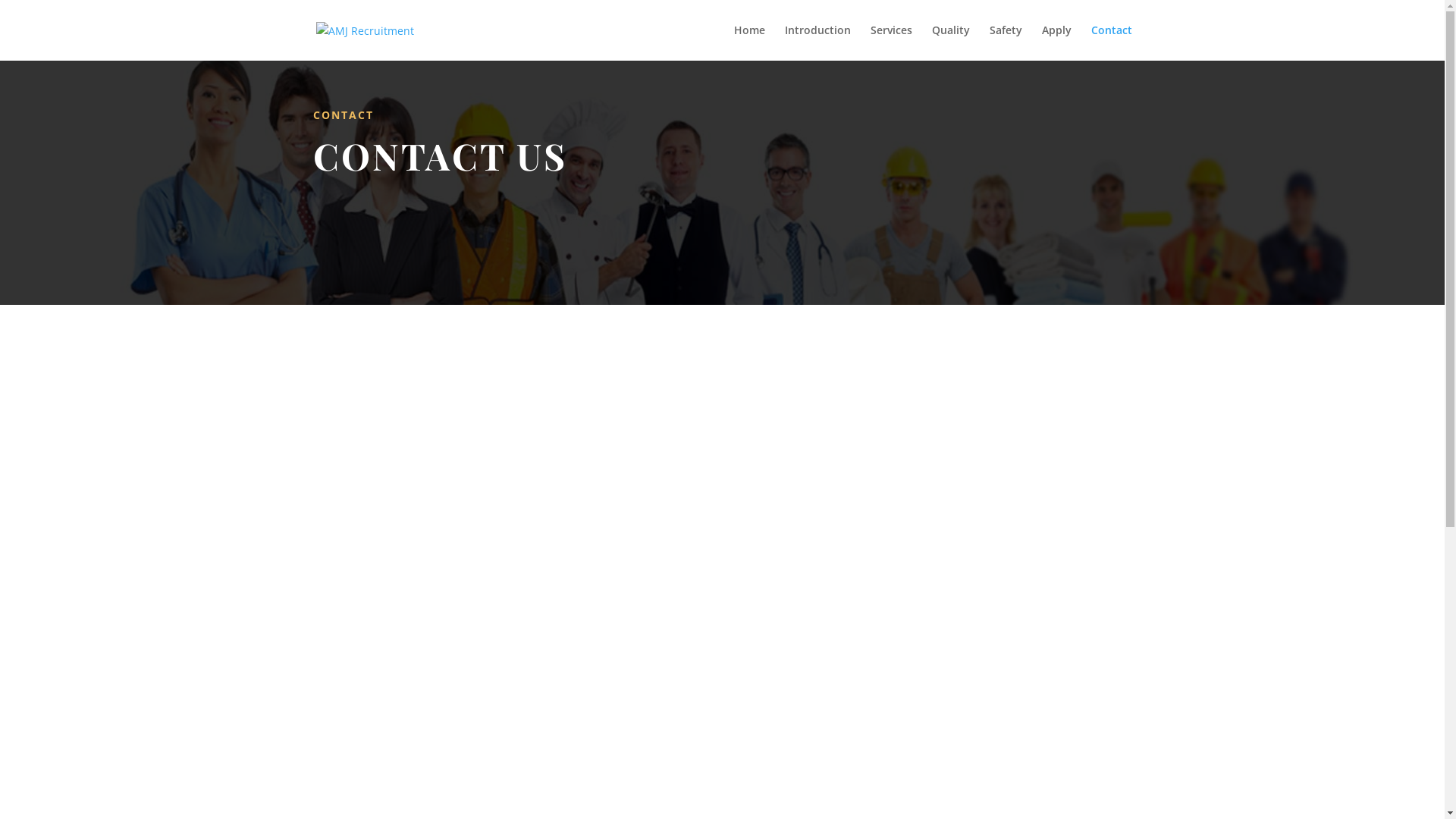 The height and width of the screenshot is (819, 1456). What do you see at coordinates (1005, 42) in the screenshot?
I see `'Safety'` at bounding box center [1005, 42].